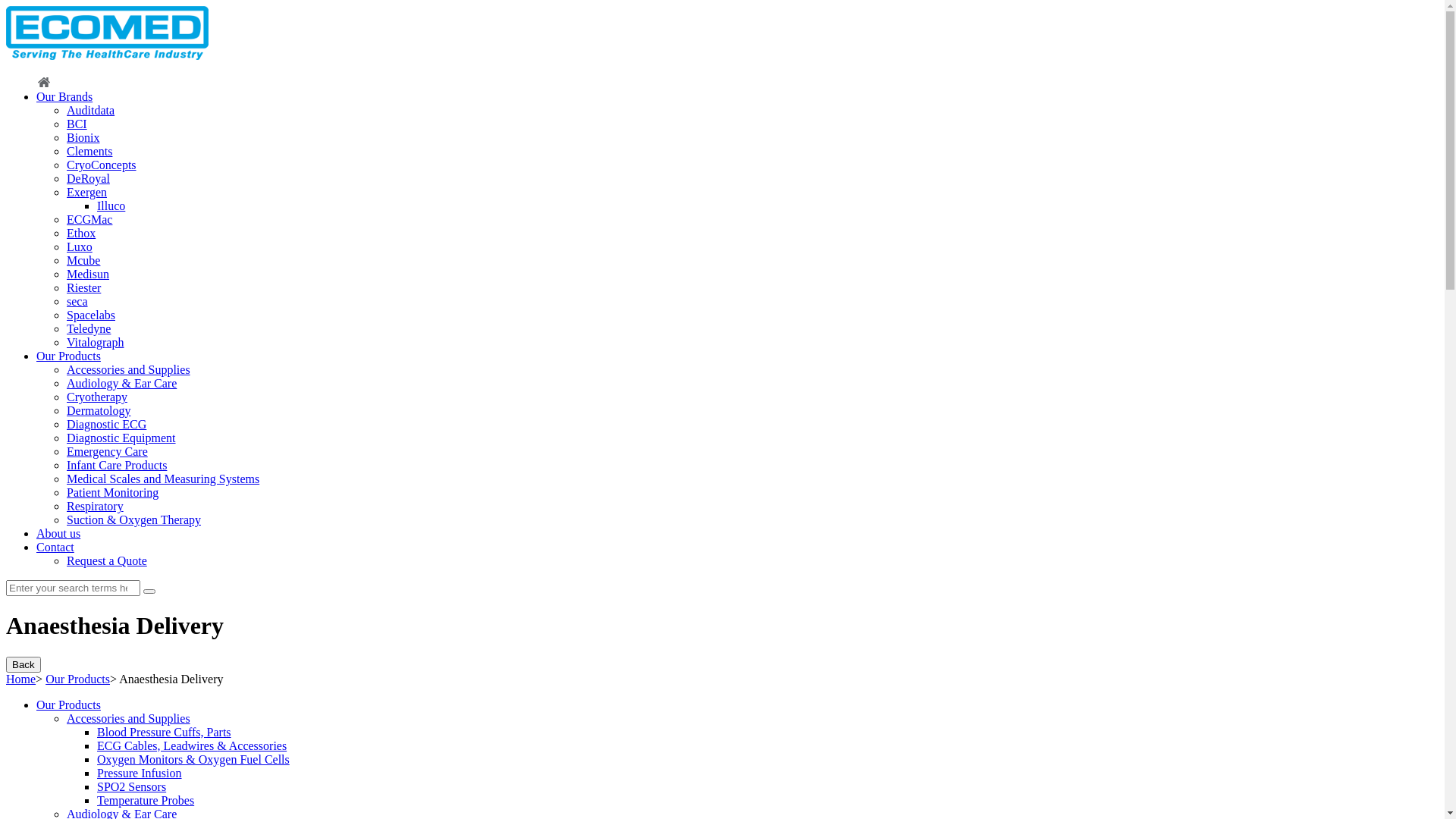 Image resolution: width=1456 pixels, height=819 pixels. Describe the element at coordinates (64, 96) in the screenshot. I see `'Our Brands'` at that location.